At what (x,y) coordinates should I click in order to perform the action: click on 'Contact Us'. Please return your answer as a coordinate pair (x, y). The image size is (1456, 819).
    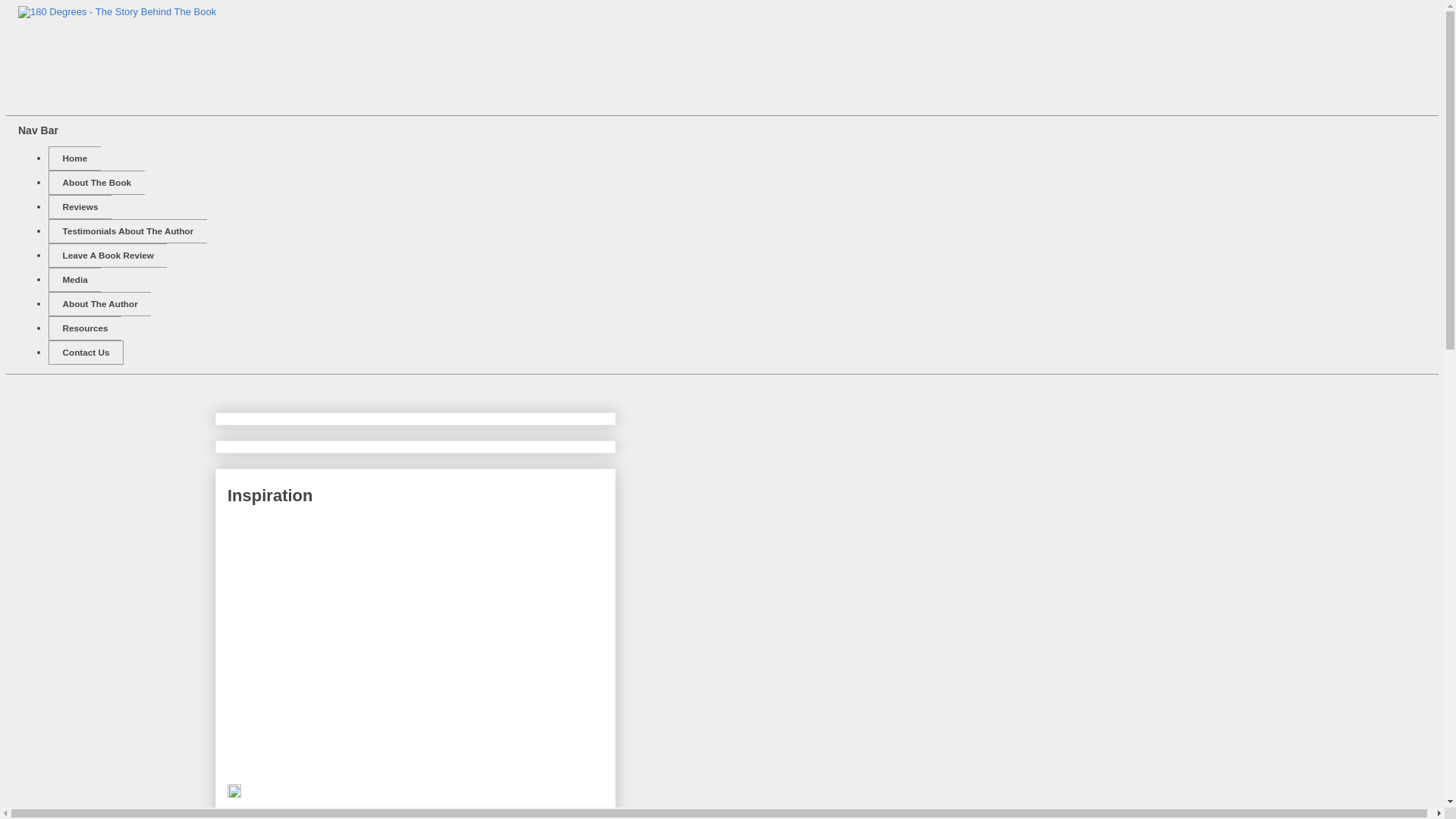
    Looking at the image, I should click on (85, 353).